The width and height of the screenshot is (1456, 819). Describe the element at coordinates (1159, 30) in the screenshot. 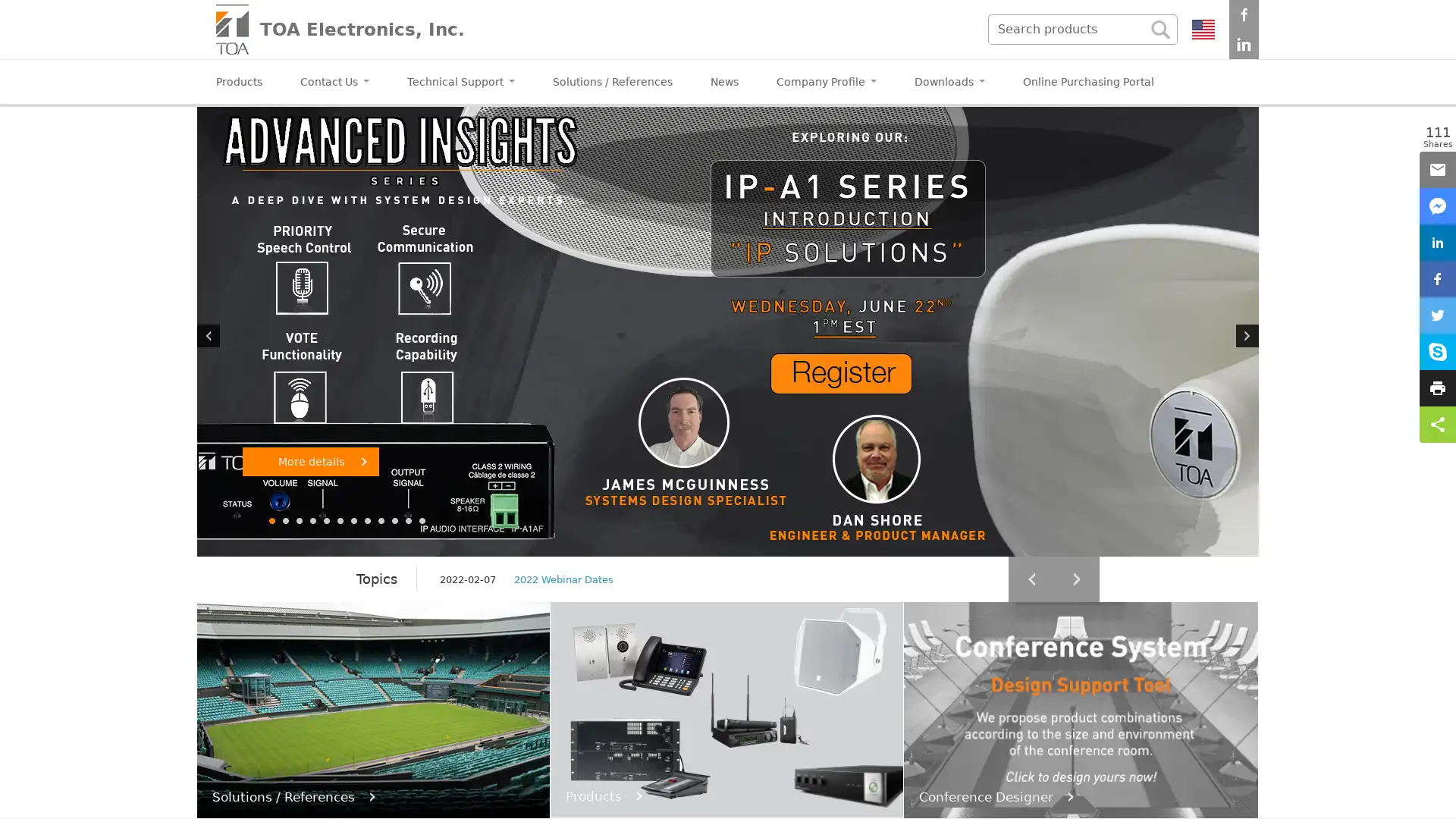

I see `Search products` at that location.